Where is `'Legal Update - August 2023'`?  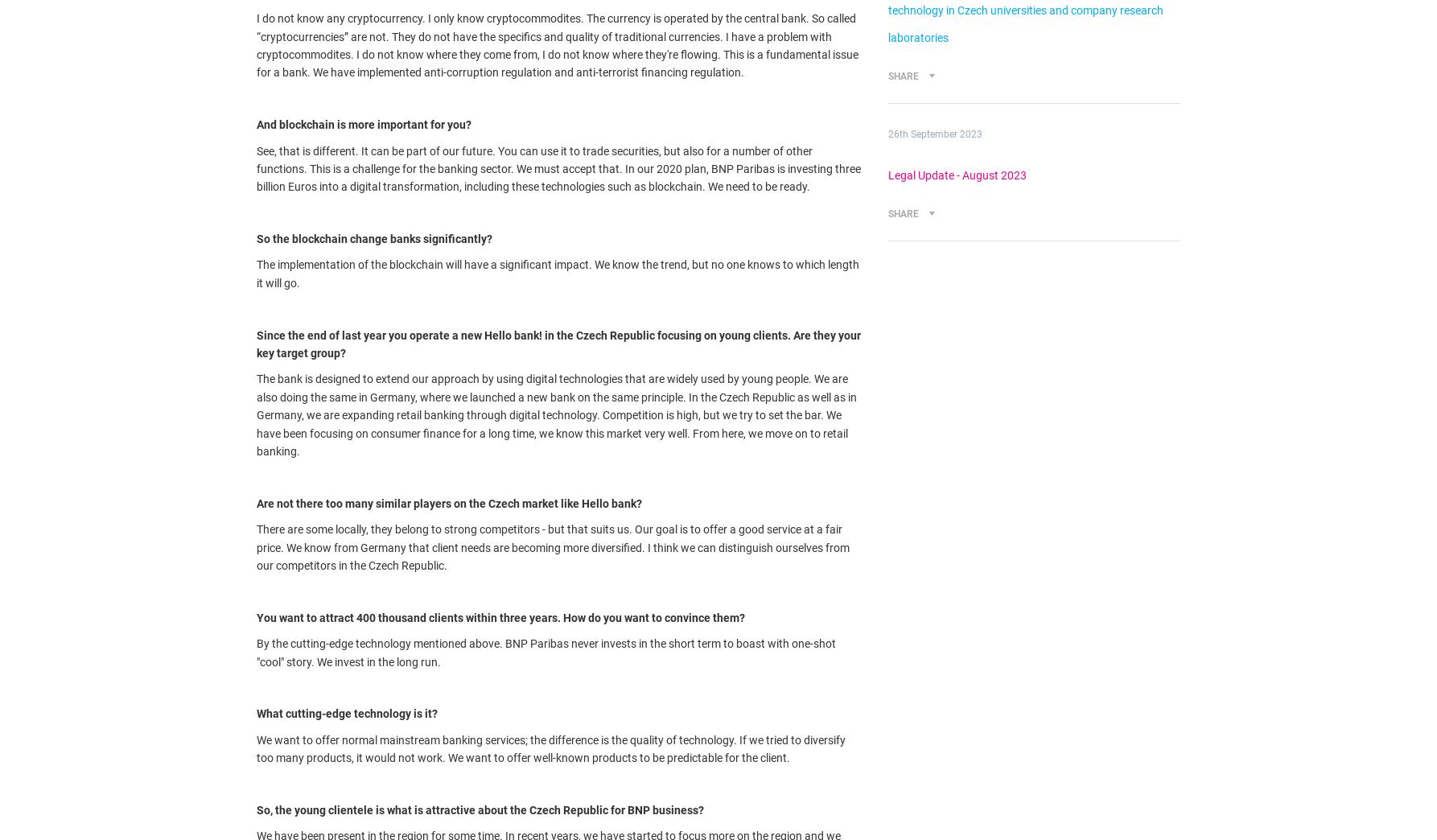 'Legal Update - August 2023' is located at coordinates (957, 175).